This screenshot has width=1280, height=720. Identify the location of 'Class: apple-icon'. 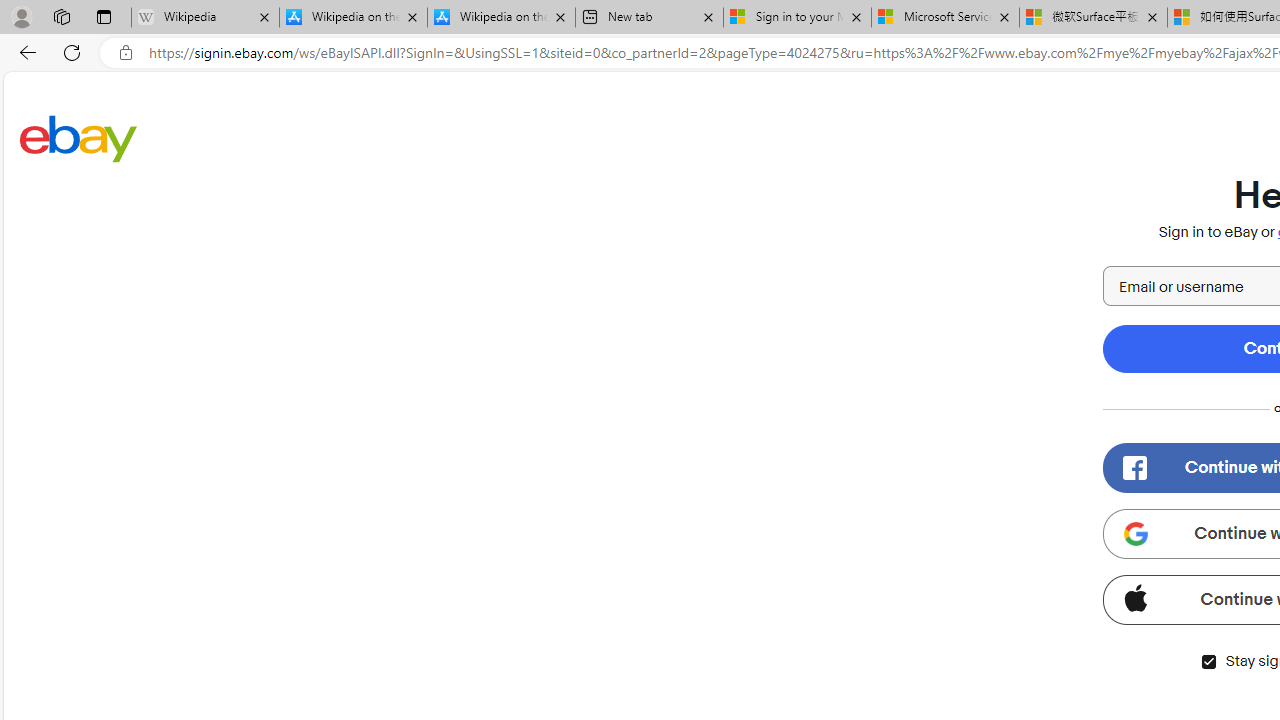
(1135, 596).